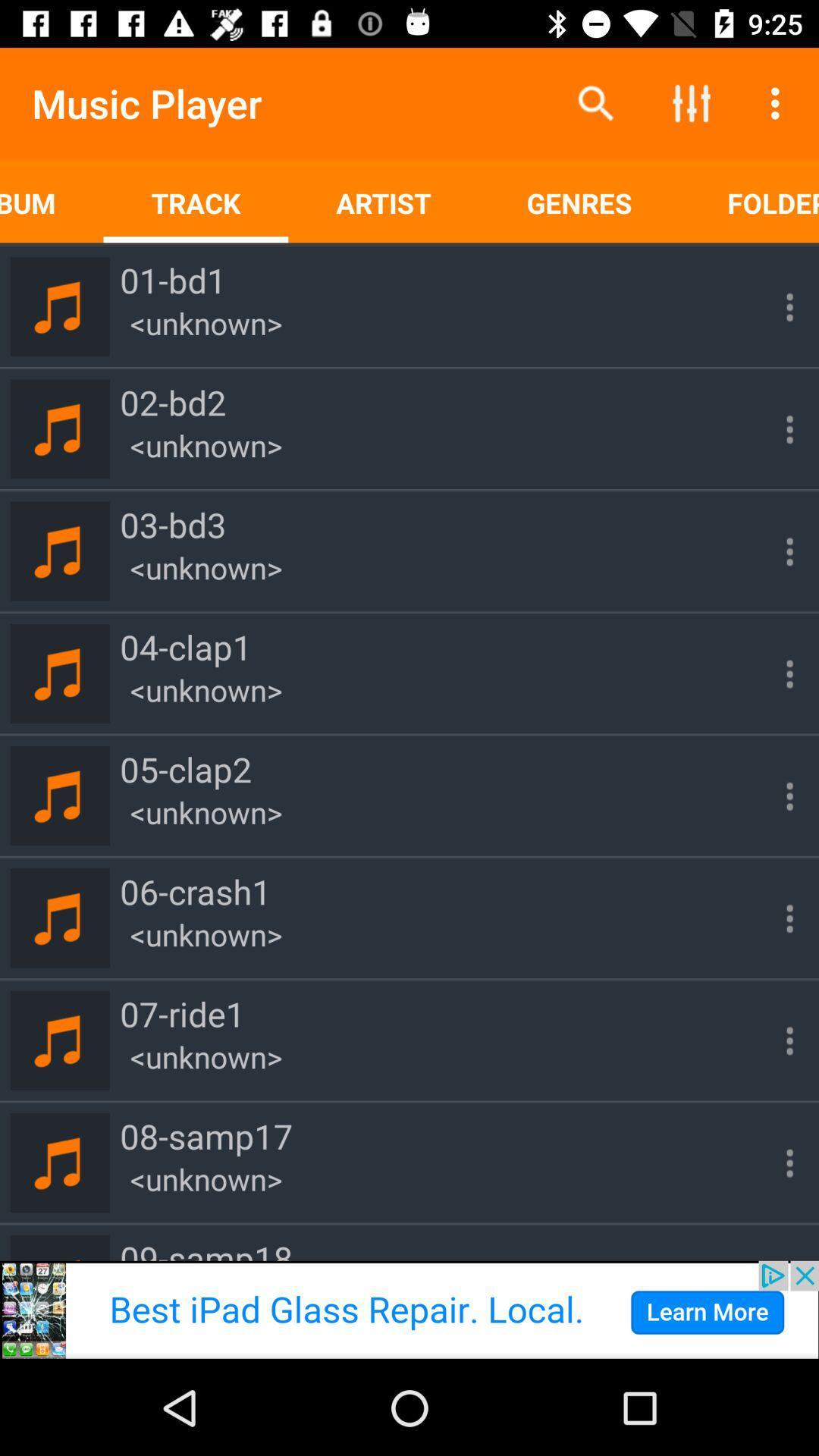 The width and height of the screenshot is (819, 1456). What do you see at coordinates (775, 1040) in the screenshot?
I see `three dots which is beside 07ride1` at bounding box center [775, 1040].